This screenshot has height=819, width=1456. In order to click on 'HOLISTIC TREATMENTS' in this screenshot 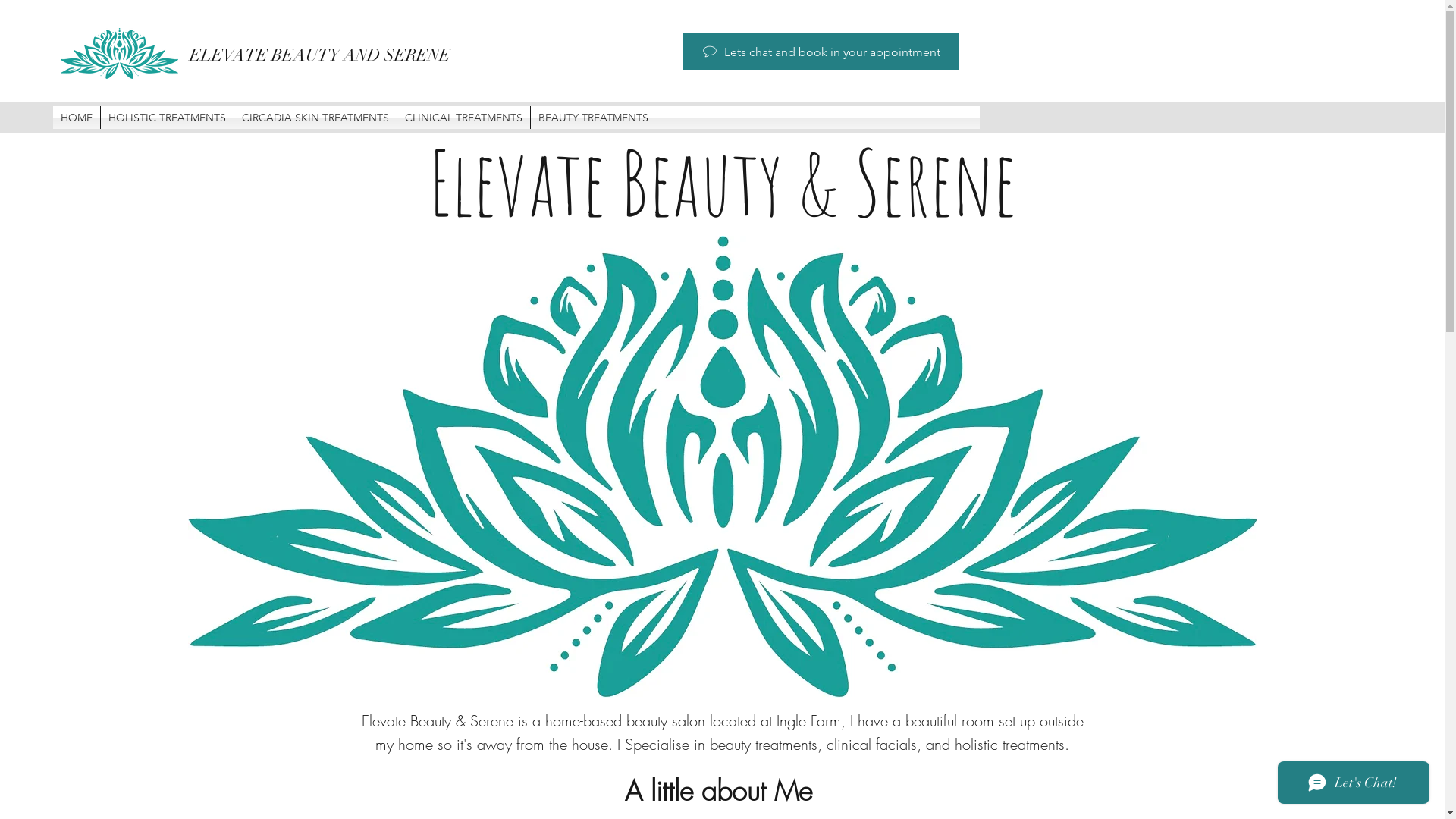, I will do `click(167, 116)`.